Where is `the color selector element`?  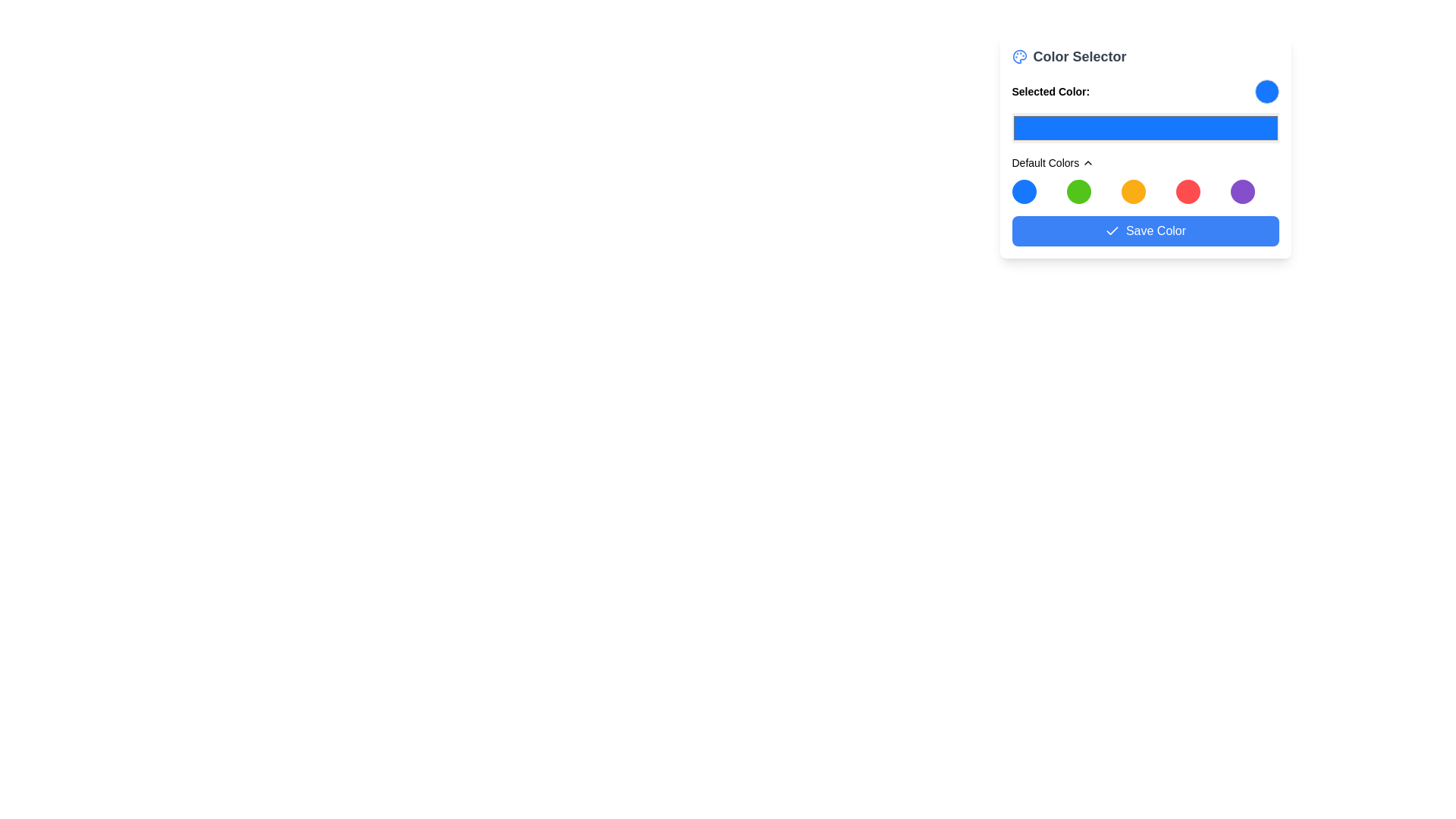
the color selector element is located at coordinates (1145, 146).